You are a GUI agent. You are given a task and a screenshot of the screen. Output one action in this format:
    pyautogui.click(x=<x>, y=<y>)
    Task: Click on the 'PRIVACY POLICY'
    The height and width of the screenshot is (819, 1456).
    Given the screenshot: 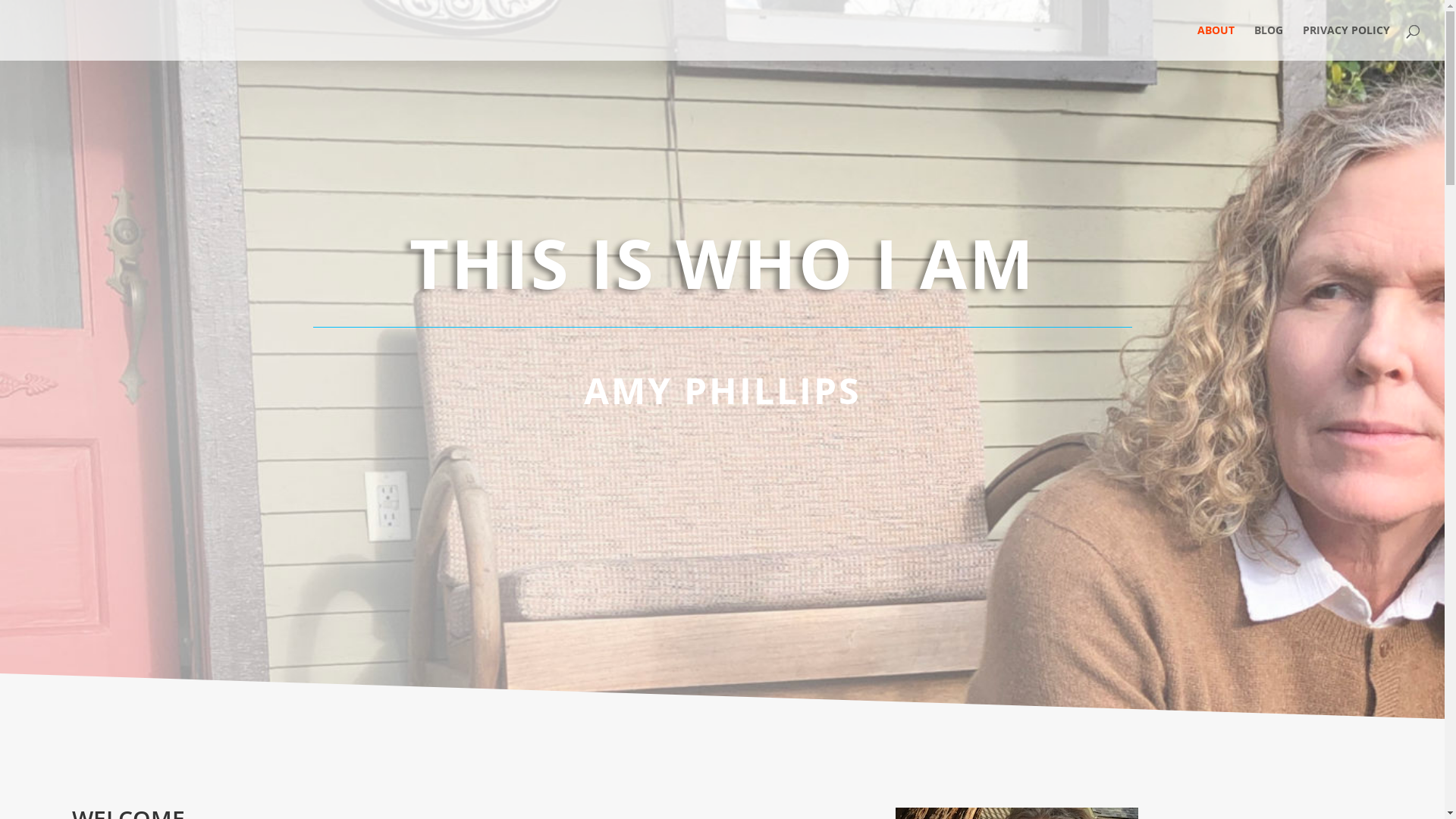 What is the action you would take?
    pyautogui.click(x=1346, y=42)
    